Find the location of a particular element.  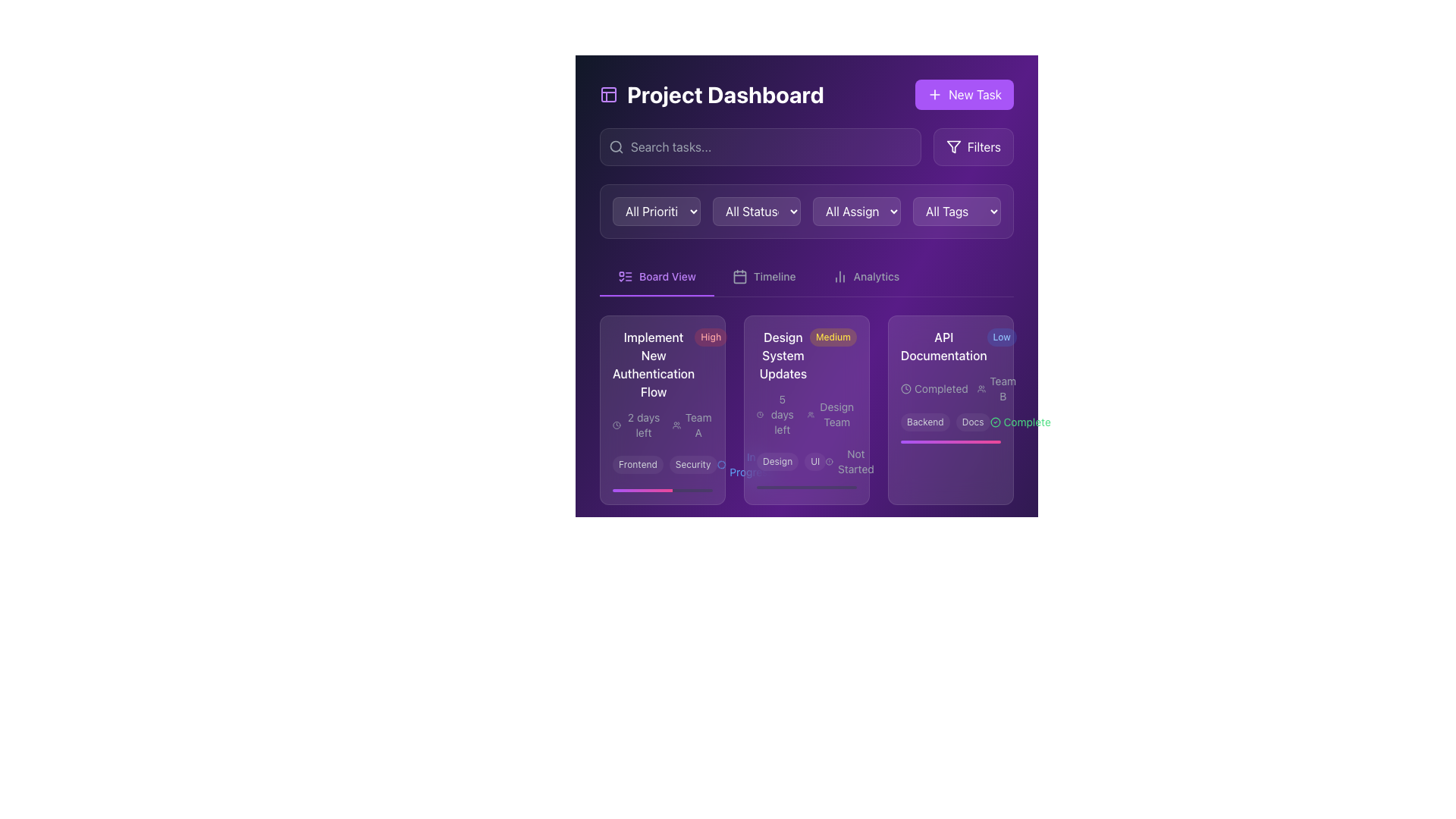

the information conveyed by the label or tag located within the 'Design System Updates' card, positioned to the left of the 'UI' label in a horizontally aligned group is located at coordinates (777, 461).